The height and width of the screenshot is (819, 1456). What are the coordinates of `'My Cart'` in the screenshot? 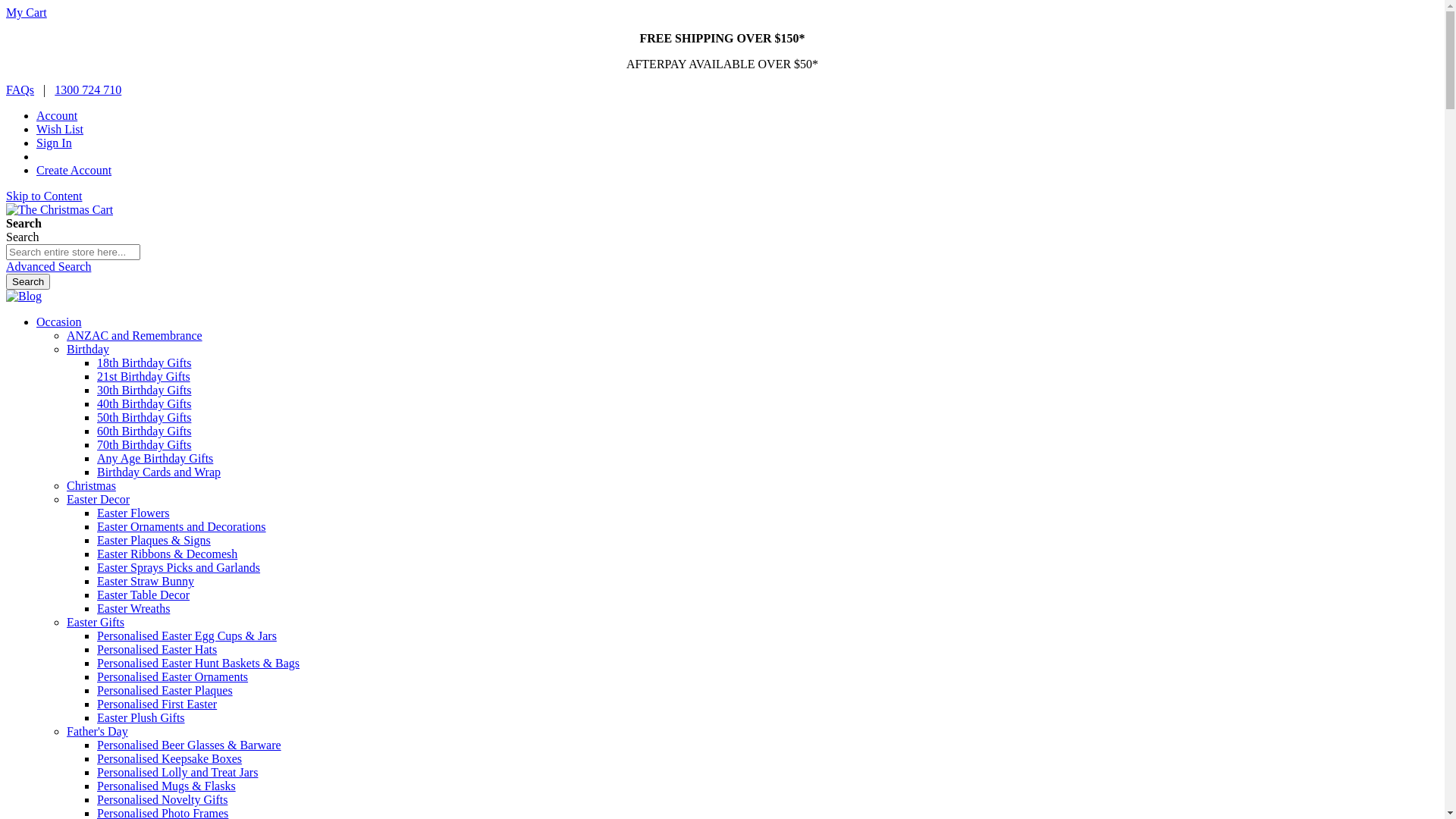 It's located at (6, 12).